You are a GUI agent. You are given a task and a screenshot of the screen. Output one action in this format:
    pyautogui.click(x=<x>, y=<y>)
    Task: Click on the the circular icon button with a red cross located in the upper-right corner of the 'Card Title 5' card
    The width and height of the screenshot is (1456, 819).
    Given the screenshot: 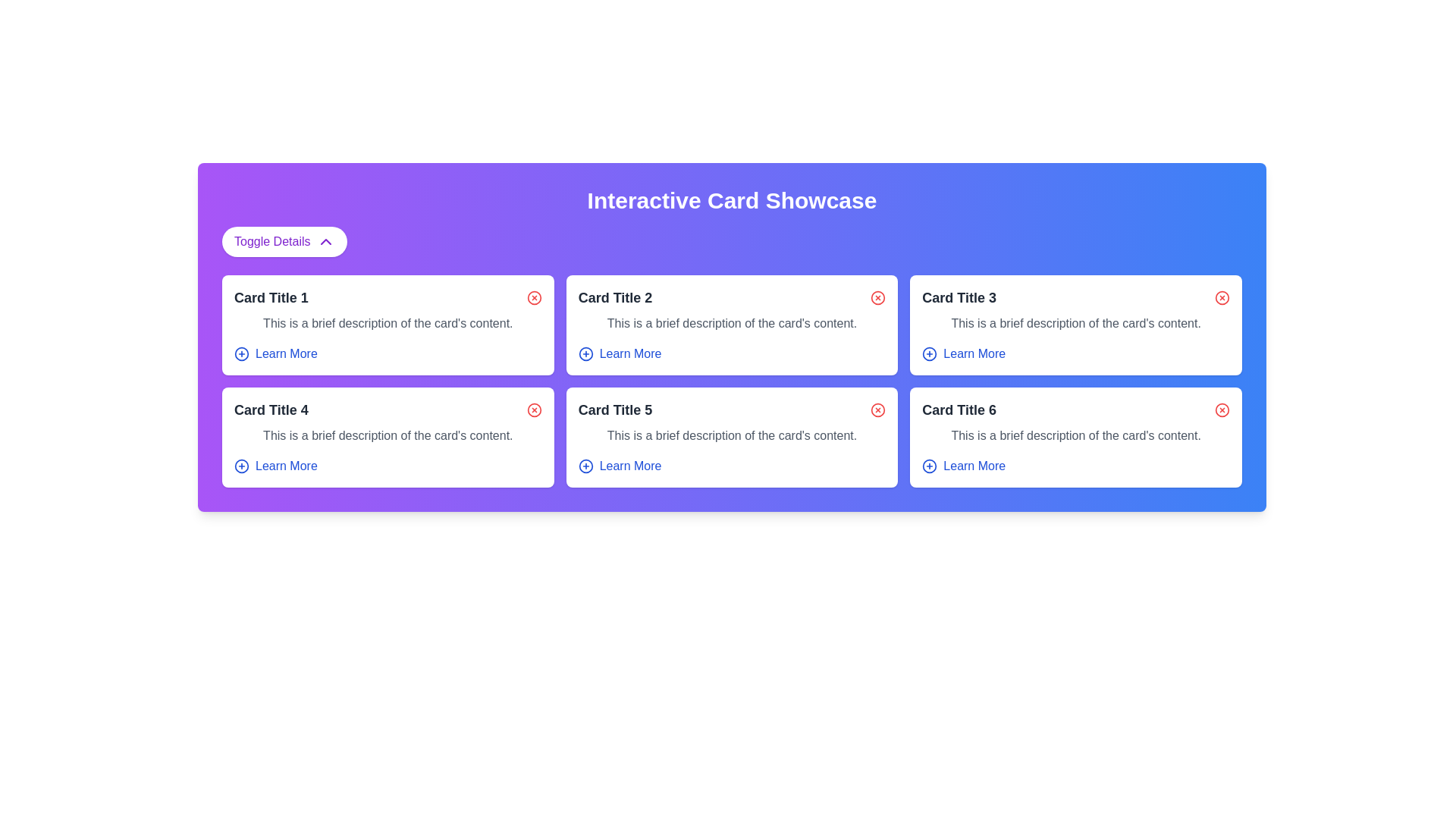 What is the action you would take?
    pyautogui.click(x=877, y=409)
    